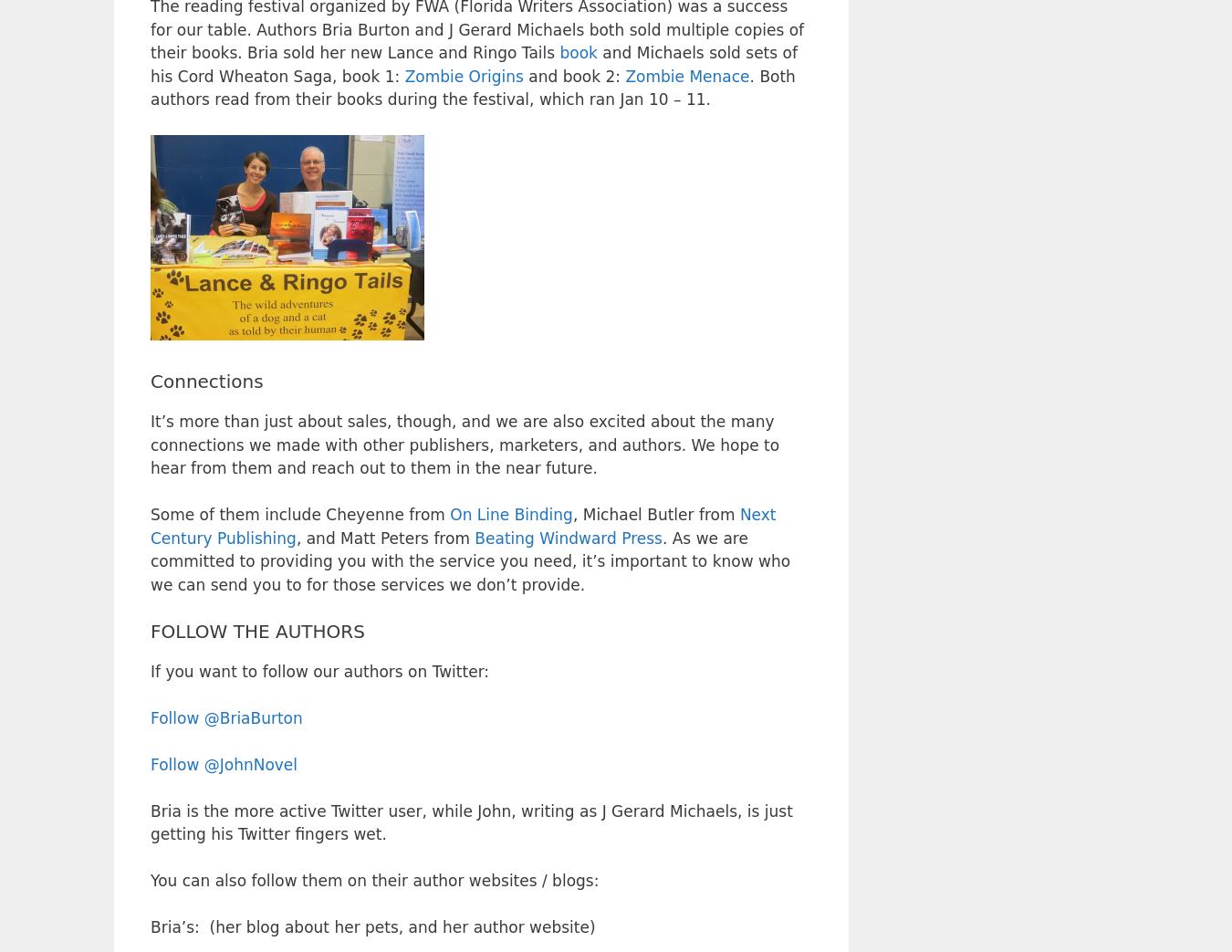 The width and height of the screenshot is (1232, 952). I want to click on 'Follow @JohnNovel', so click(223, 764).